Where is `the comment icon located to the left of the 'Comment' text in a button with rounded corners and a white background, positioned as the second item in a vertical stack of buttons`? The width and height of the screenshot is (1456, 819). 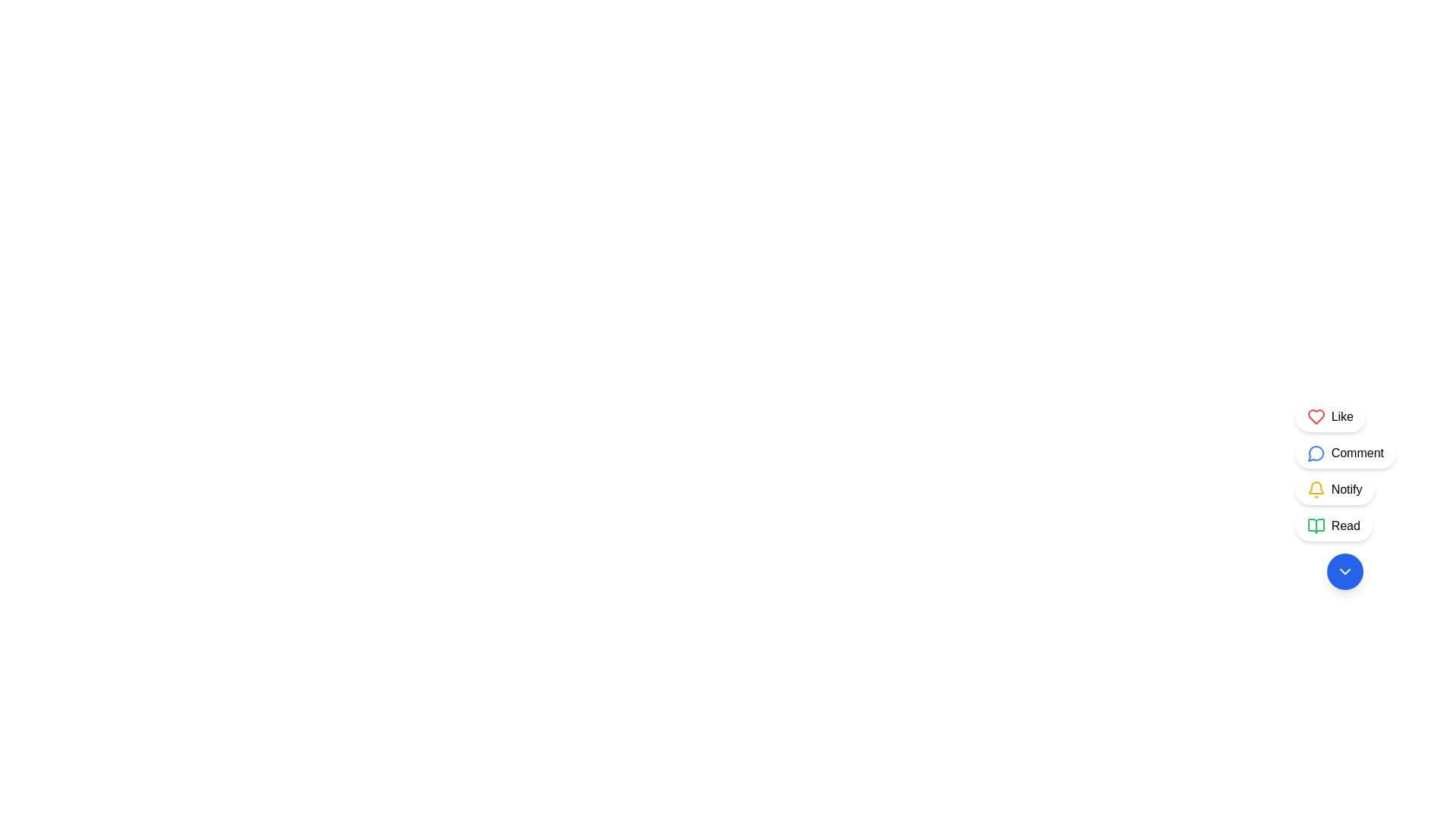 the comment icon located to the left of the 'Comment' text in a button with rounded corners and a white background, positioned as the second item in a vertical stack of buttons is located at coordinates (1315, 452).